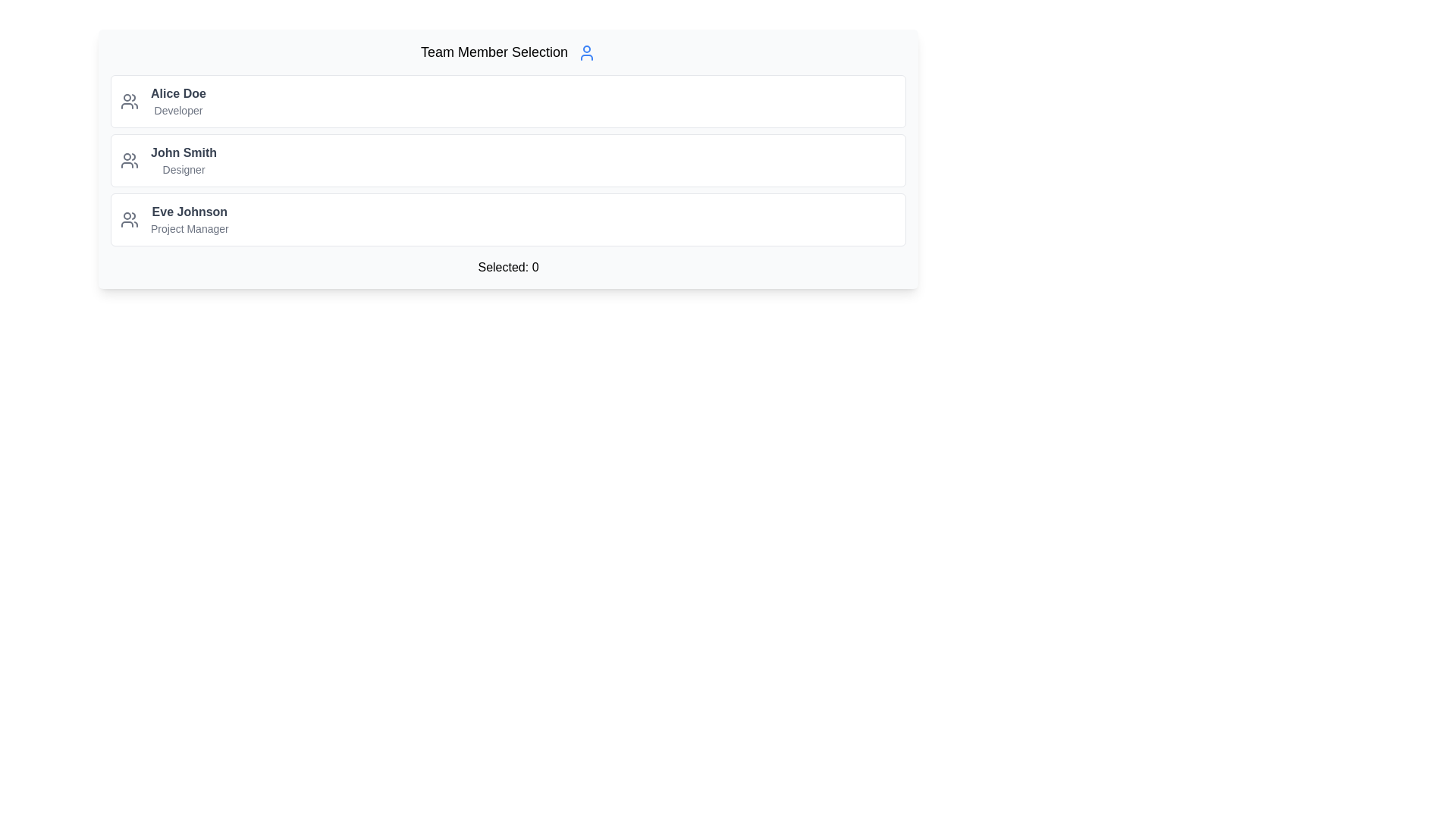  I want to click on text from the text block containing 'Alice Doe' in bold and 'Developer' in a smaller, lighter gray font, located at the top of the user cards list, so click(178, 102).